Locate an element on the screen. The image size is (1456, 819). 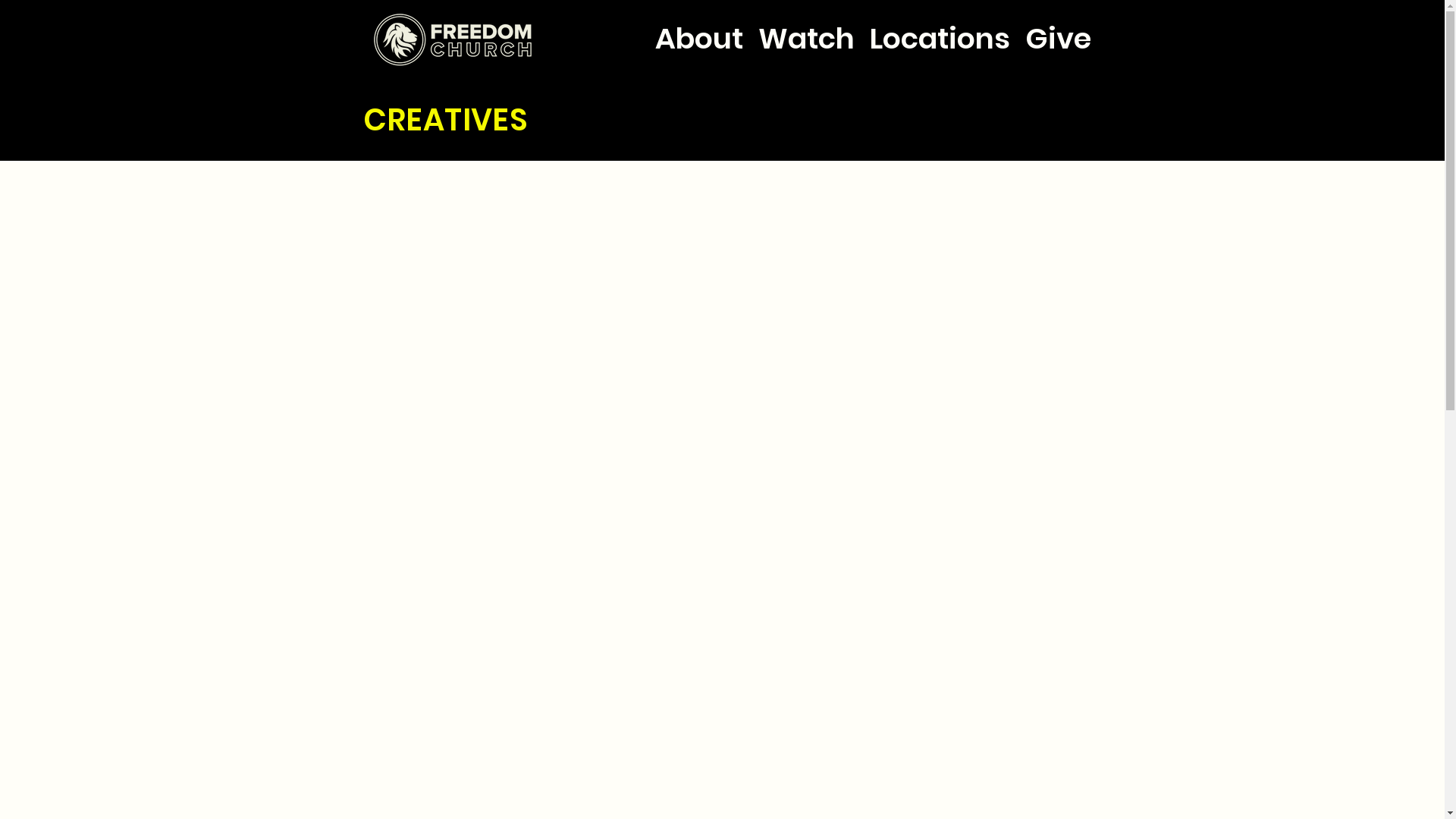
'About' is located at coordinates (698, 25).